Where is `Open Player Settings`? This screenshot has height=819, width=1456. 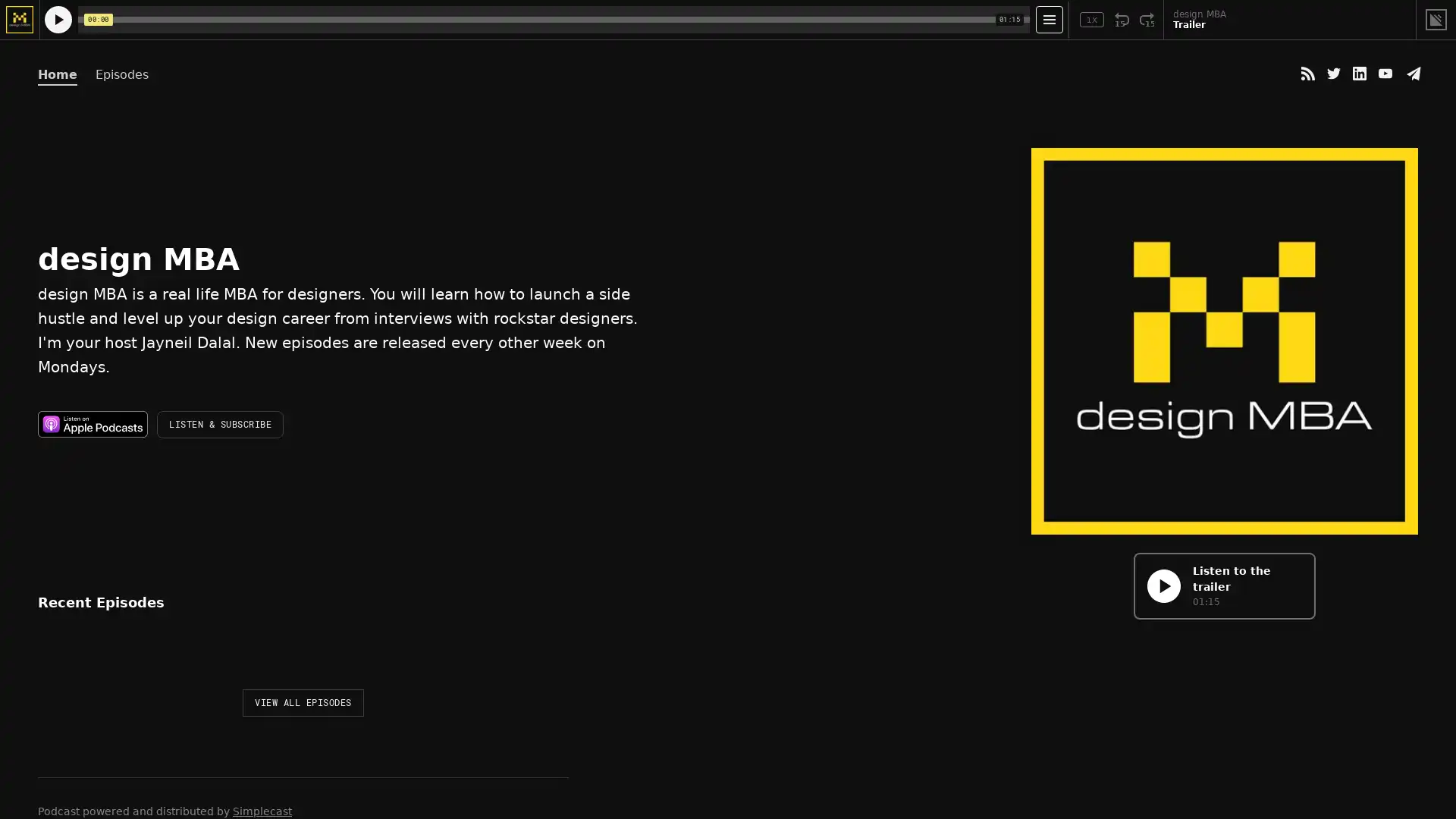 Open Player Settings is located at coordinates (1048, 20).